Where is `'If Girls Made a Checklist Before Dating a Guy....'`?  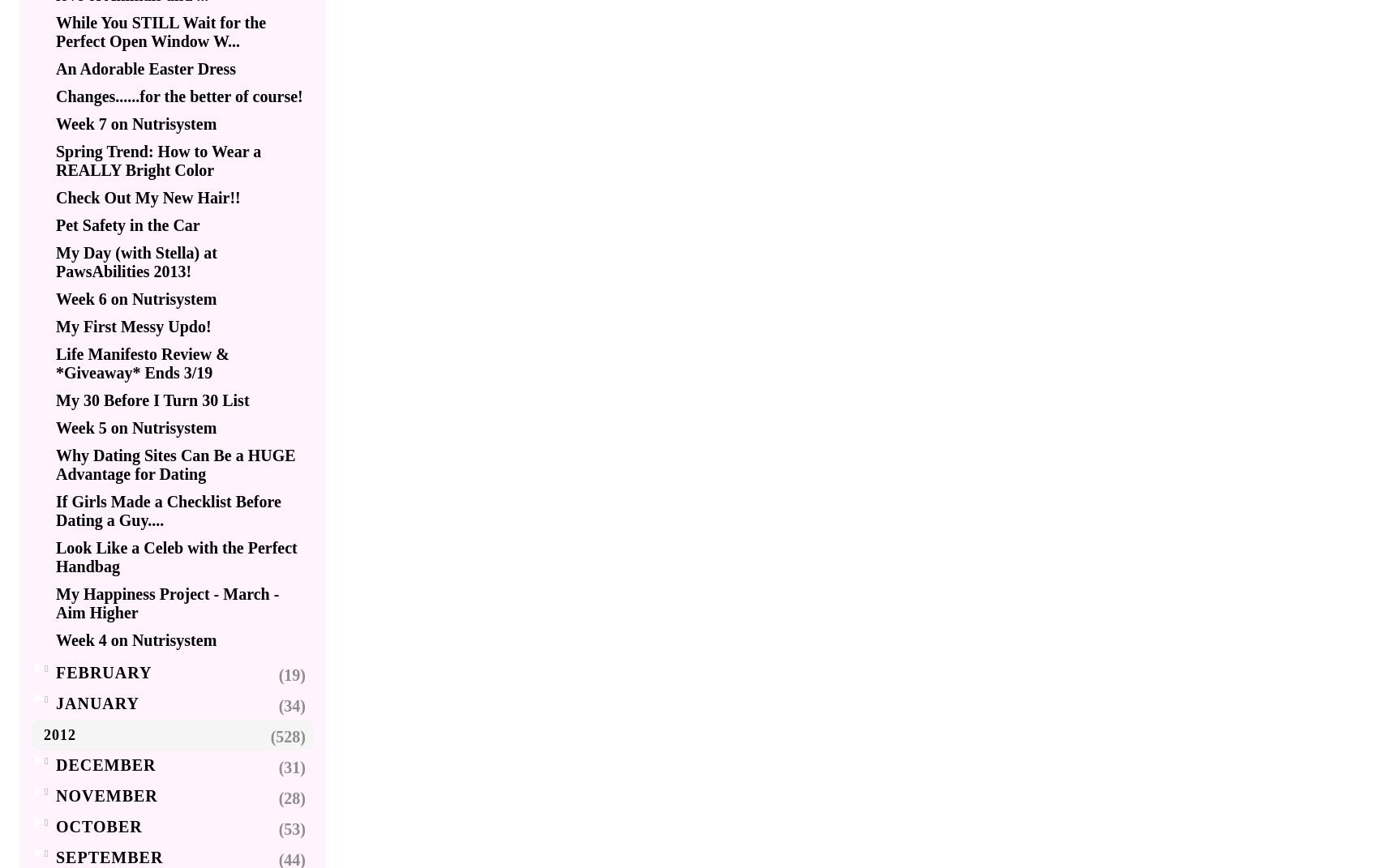
'If Girls Made a Checklist Before Dating a Guy....' is located at coordinates (168, 510).